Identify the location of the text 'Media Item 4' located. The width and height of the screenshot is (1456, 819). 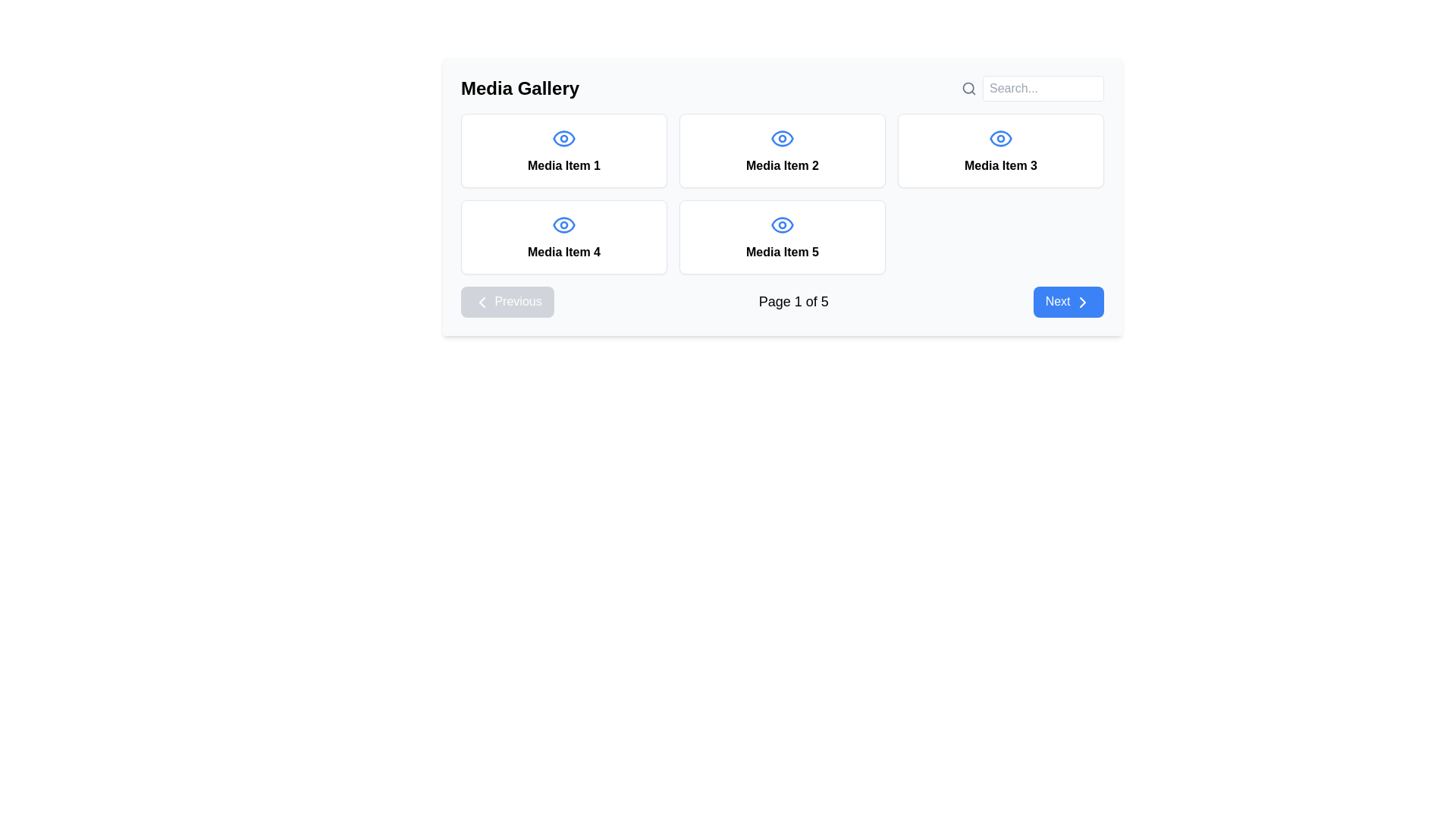
(563, 251).